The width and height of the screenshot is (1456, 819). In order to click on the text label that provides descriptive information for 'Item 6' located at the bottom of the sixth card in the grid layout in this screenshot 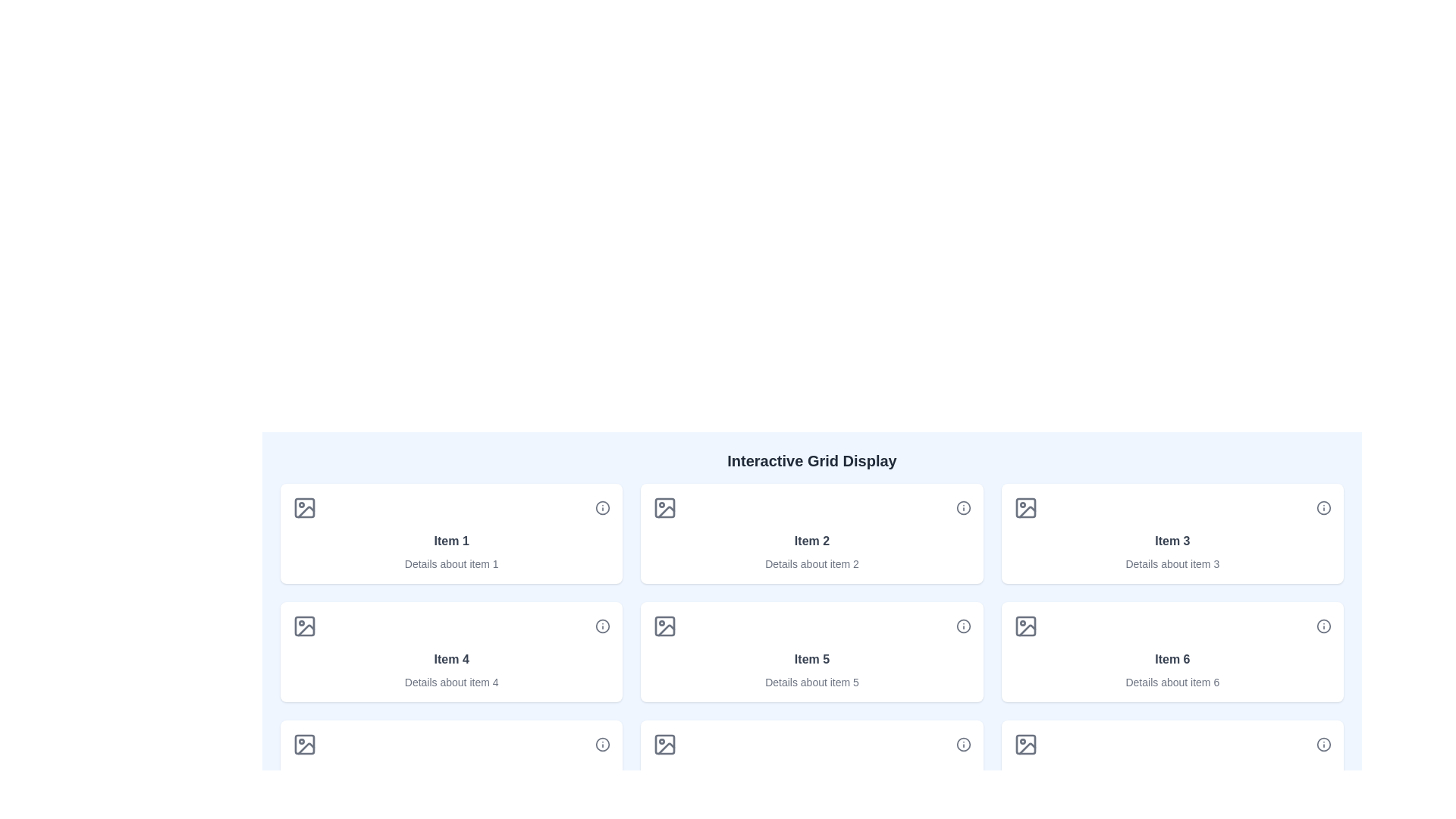, I will do `click(1172, 681)`.